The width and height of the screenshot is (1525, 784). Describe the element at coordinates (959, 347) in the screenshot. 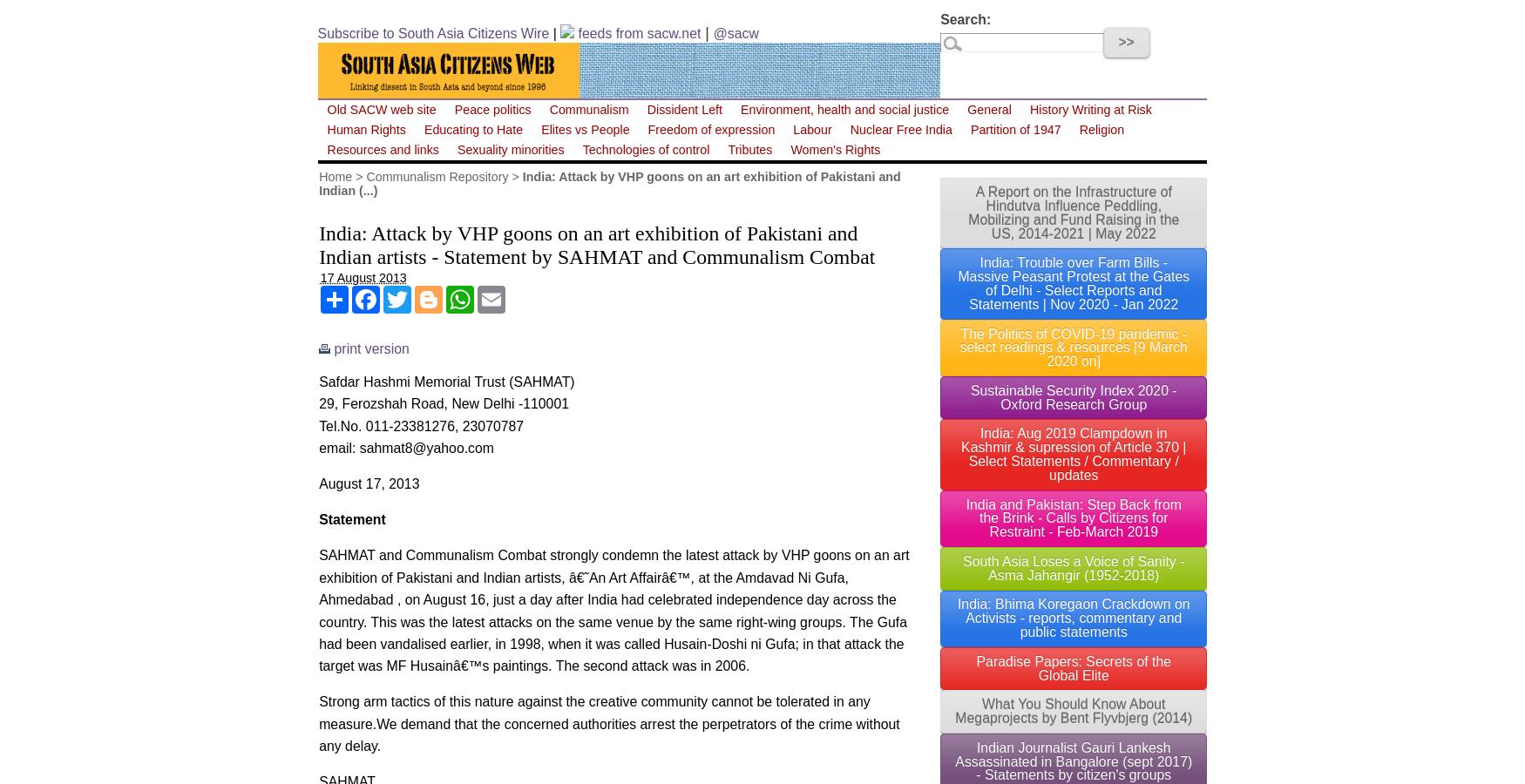

I see `'The Politics of COVID-19 pandemic - select readings & resources [9 March 2020 on]'` at that location.